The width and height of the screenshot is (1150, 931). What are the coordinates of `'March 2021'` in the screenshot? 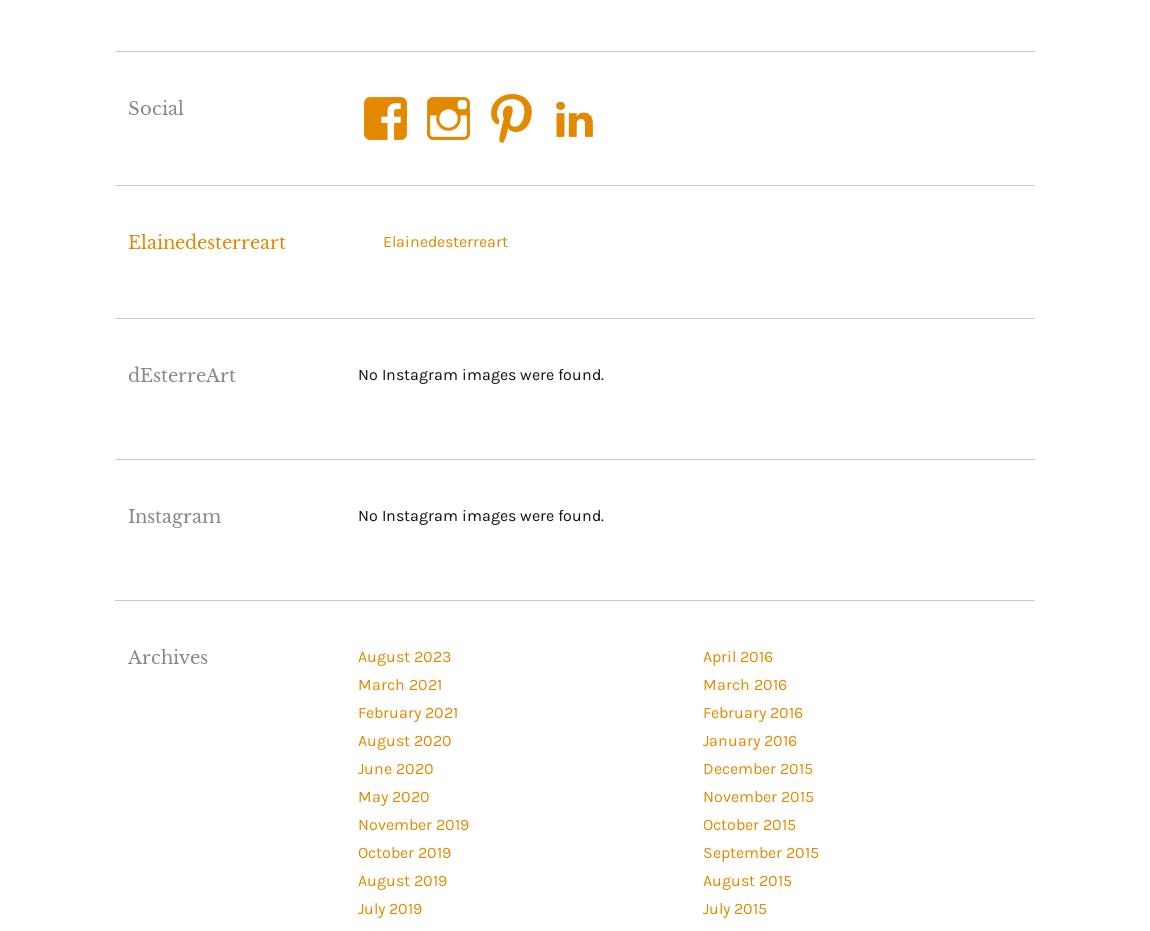 It's located at (399, 682).